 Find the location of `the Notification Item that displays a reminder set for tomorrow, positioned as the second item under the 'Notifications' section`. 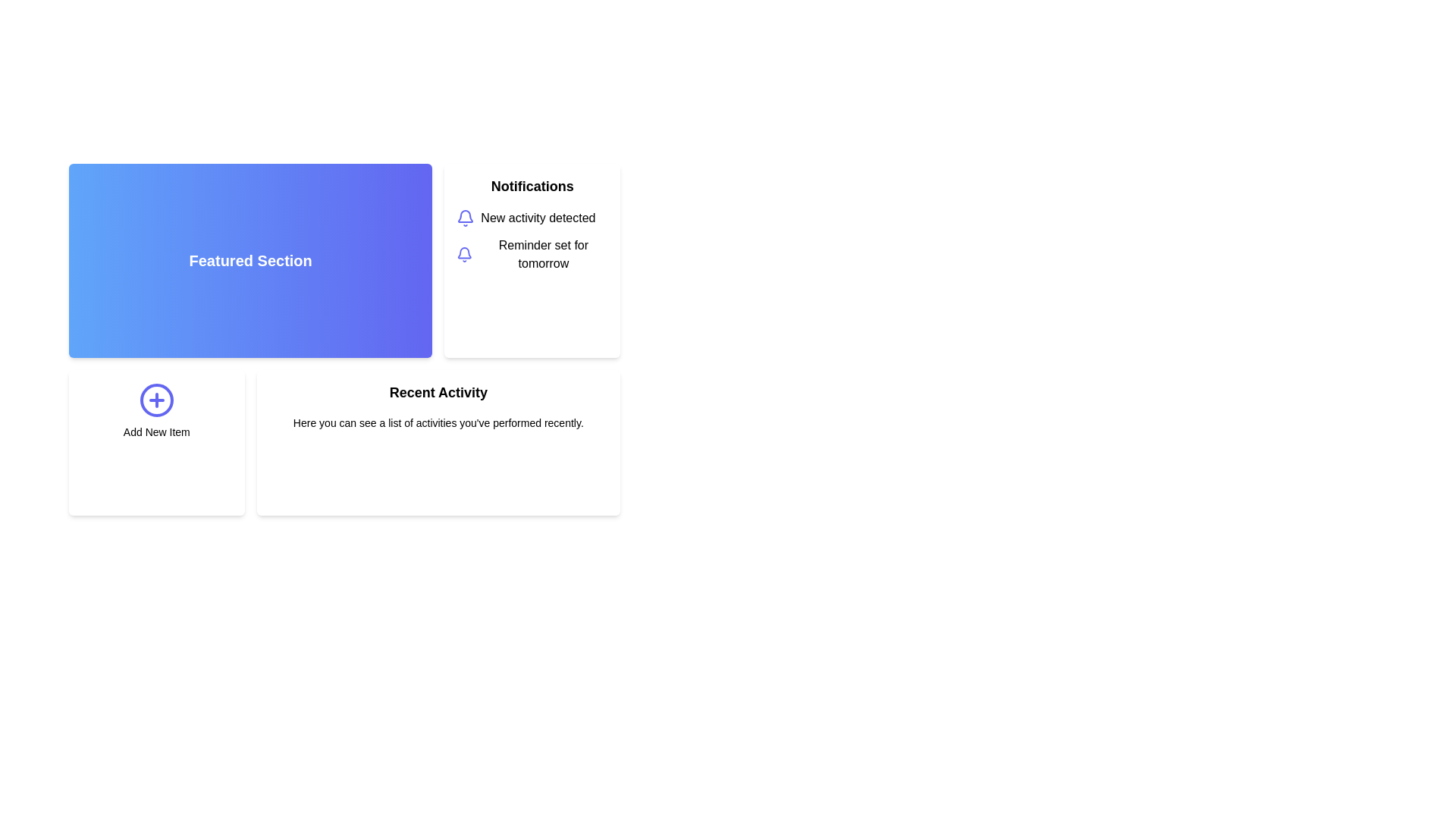

the Notification Item that displays a reminder set for tomorrow, positioned as the second item under the 'Notifications' section is located at coordinates (532, 253).